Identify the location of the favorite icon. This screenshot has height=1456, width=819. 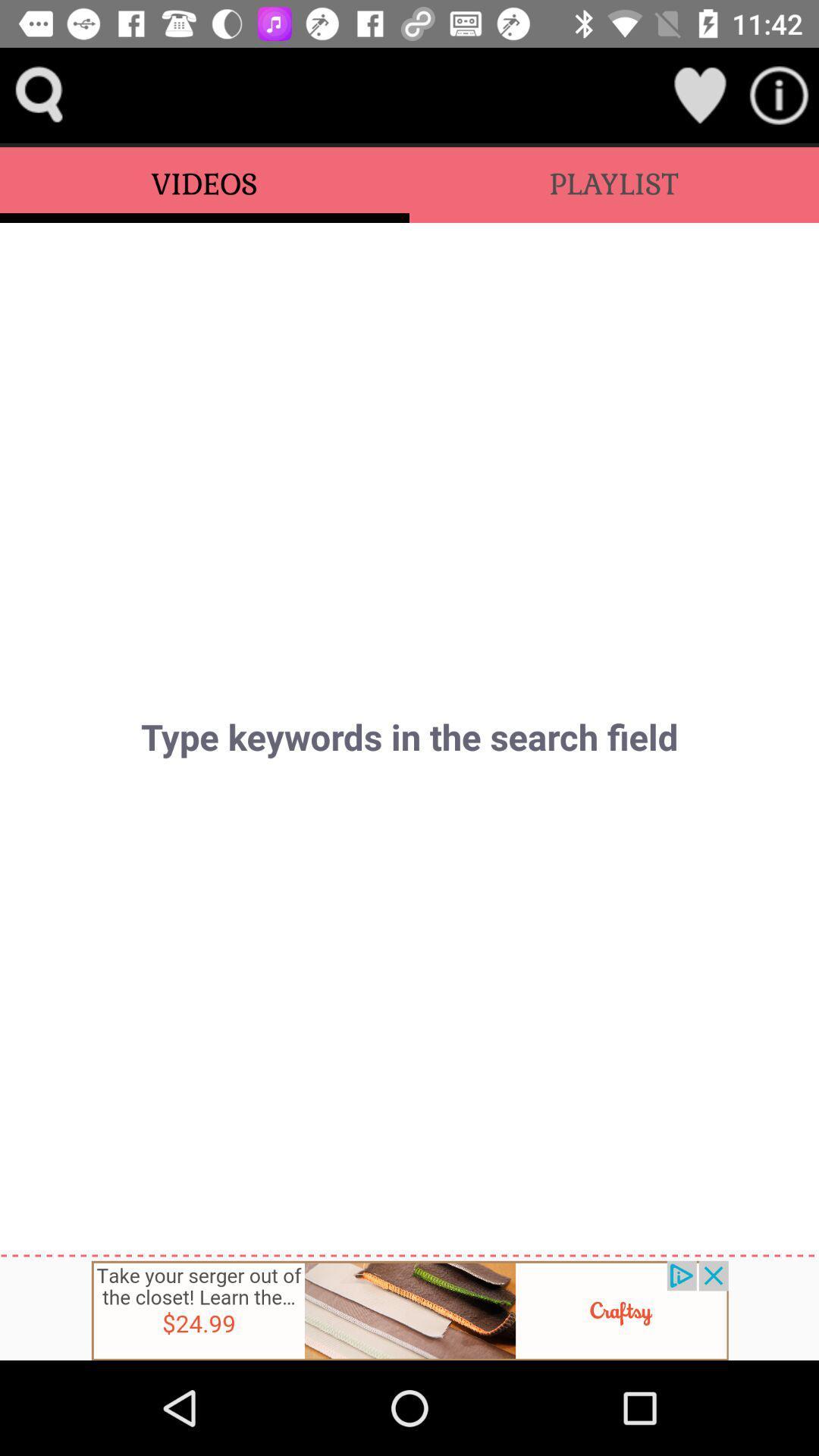
(699, 94).